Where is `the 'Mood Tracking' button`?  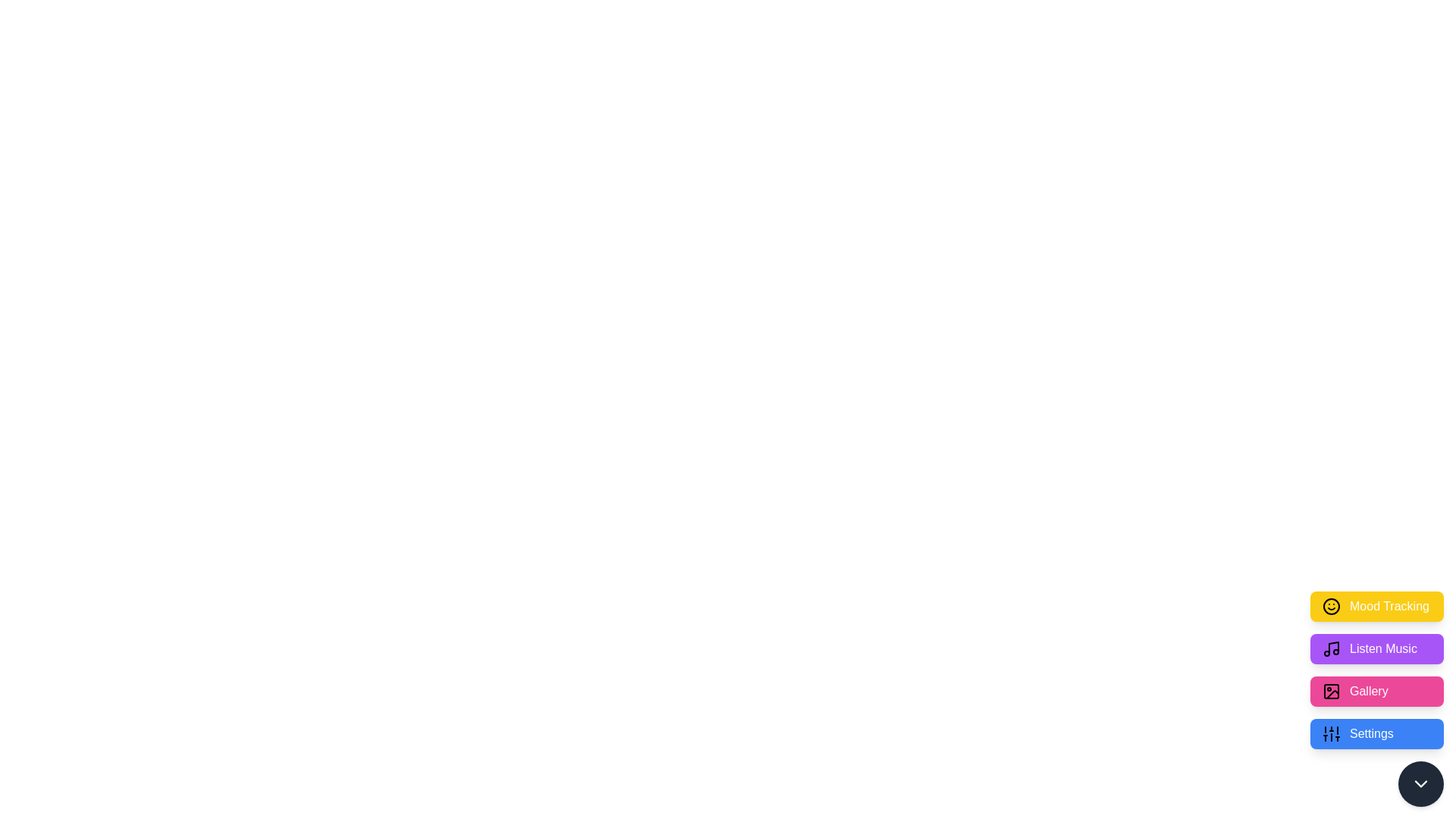
the 'Mood Tracking' button is located at coordinates (1376, 605).